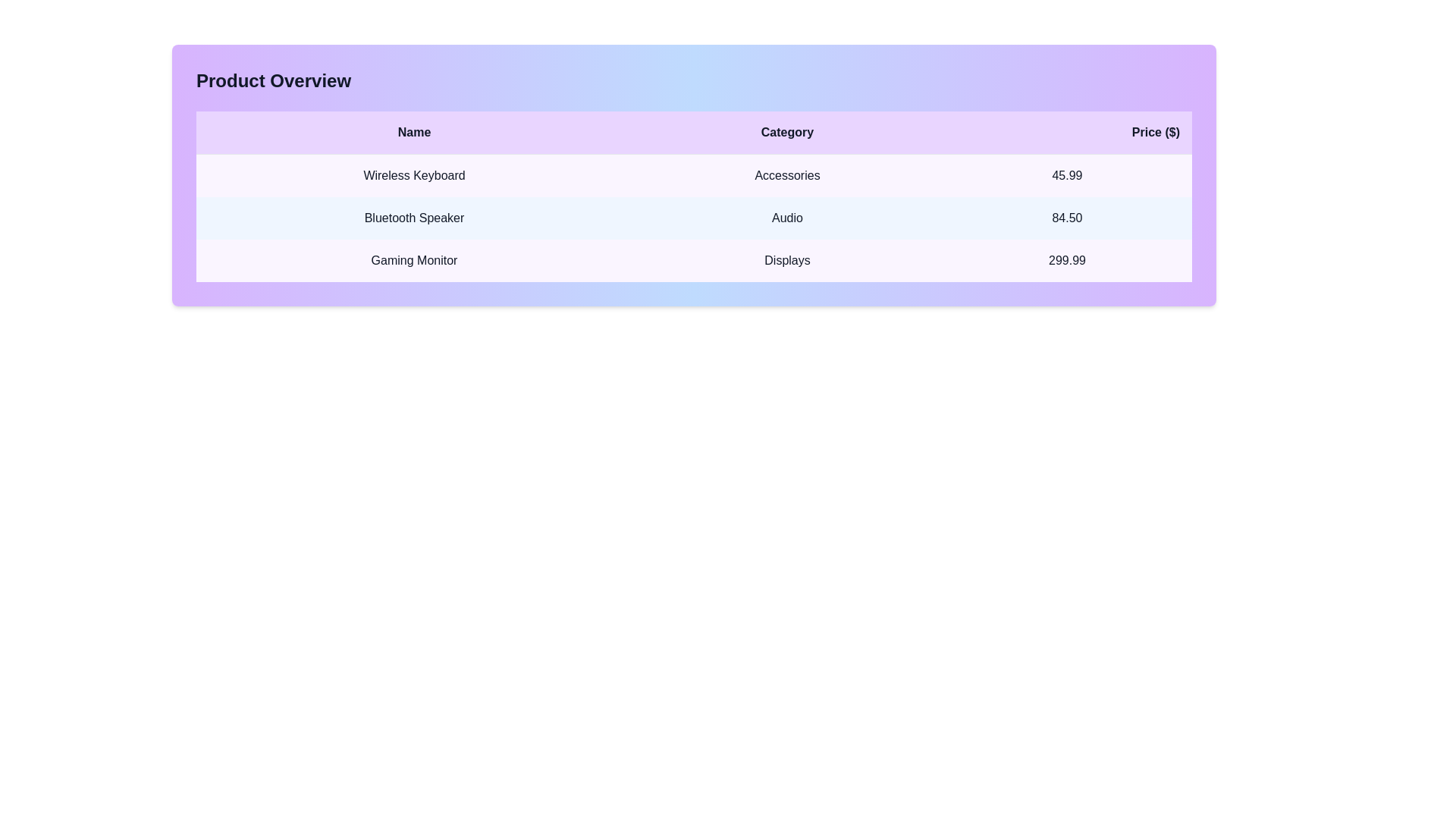 The image size is (1456, 819). I want to click on the label displaying the price '299.99' in the last column of the third row of the 'Product Overview' table with a lavender background, so click(1066, 259).